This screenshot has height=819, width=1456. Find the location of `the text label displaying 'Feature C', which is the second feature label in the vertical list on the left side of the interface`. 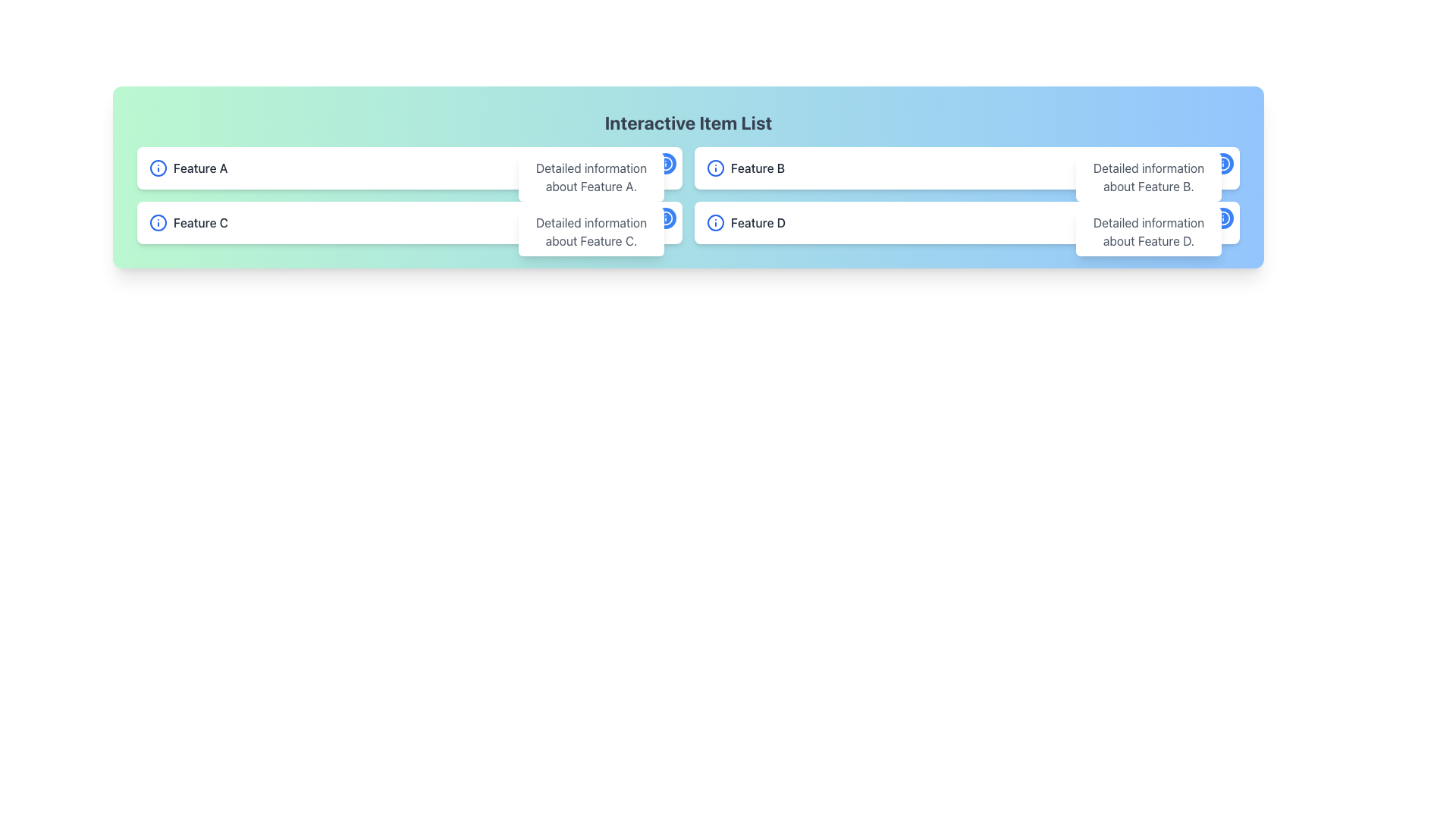

the text label displaying 'Feature C', which is the second feature label in the vertical list on the left side of the interface is located at coordinates (199, 222).